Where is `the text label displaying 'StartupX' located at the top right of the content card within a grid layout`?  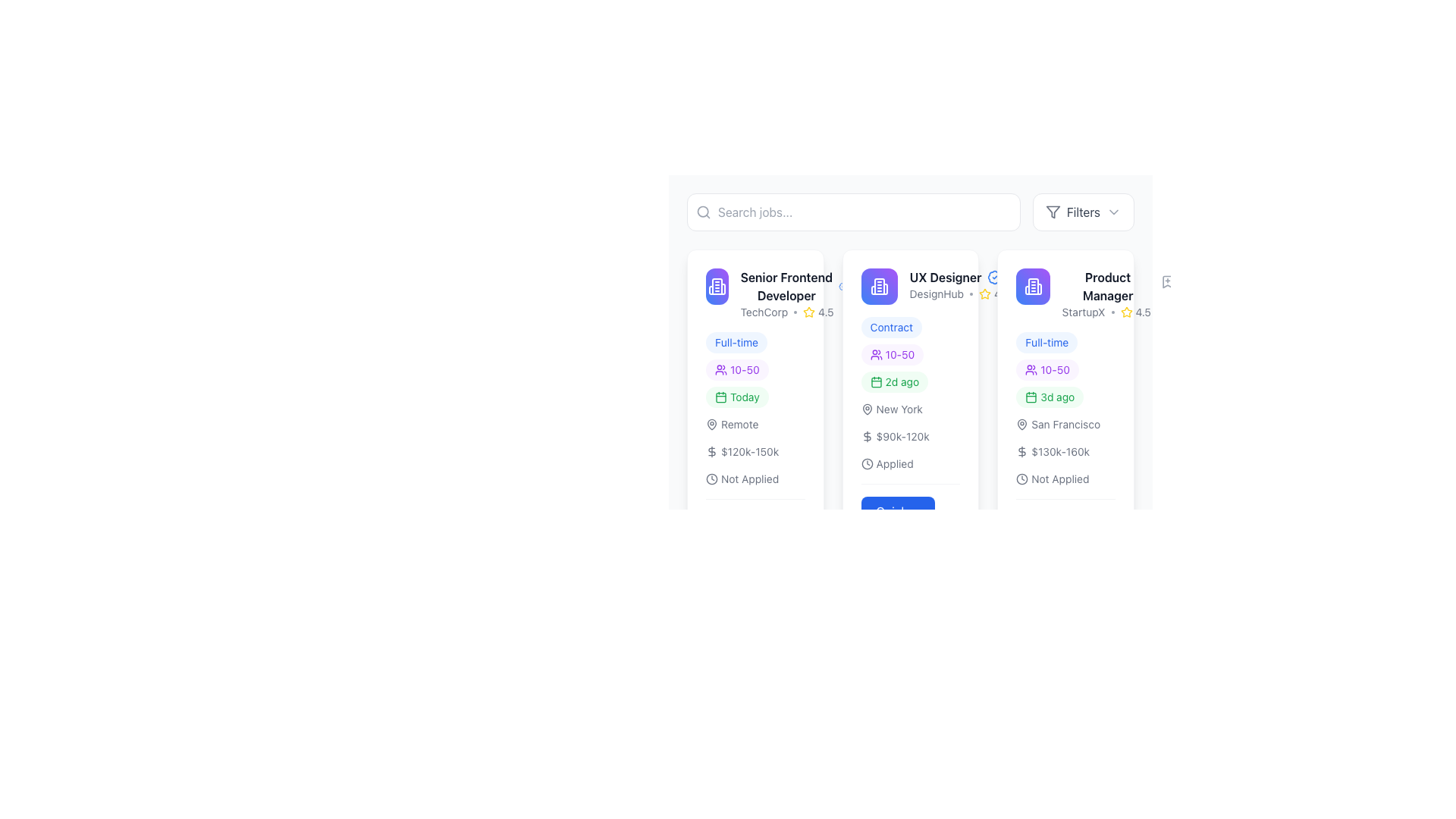
the text label displaying 'StartupX' located at the top right of the content card within a grid layout is located at coordinates (1083, 312).